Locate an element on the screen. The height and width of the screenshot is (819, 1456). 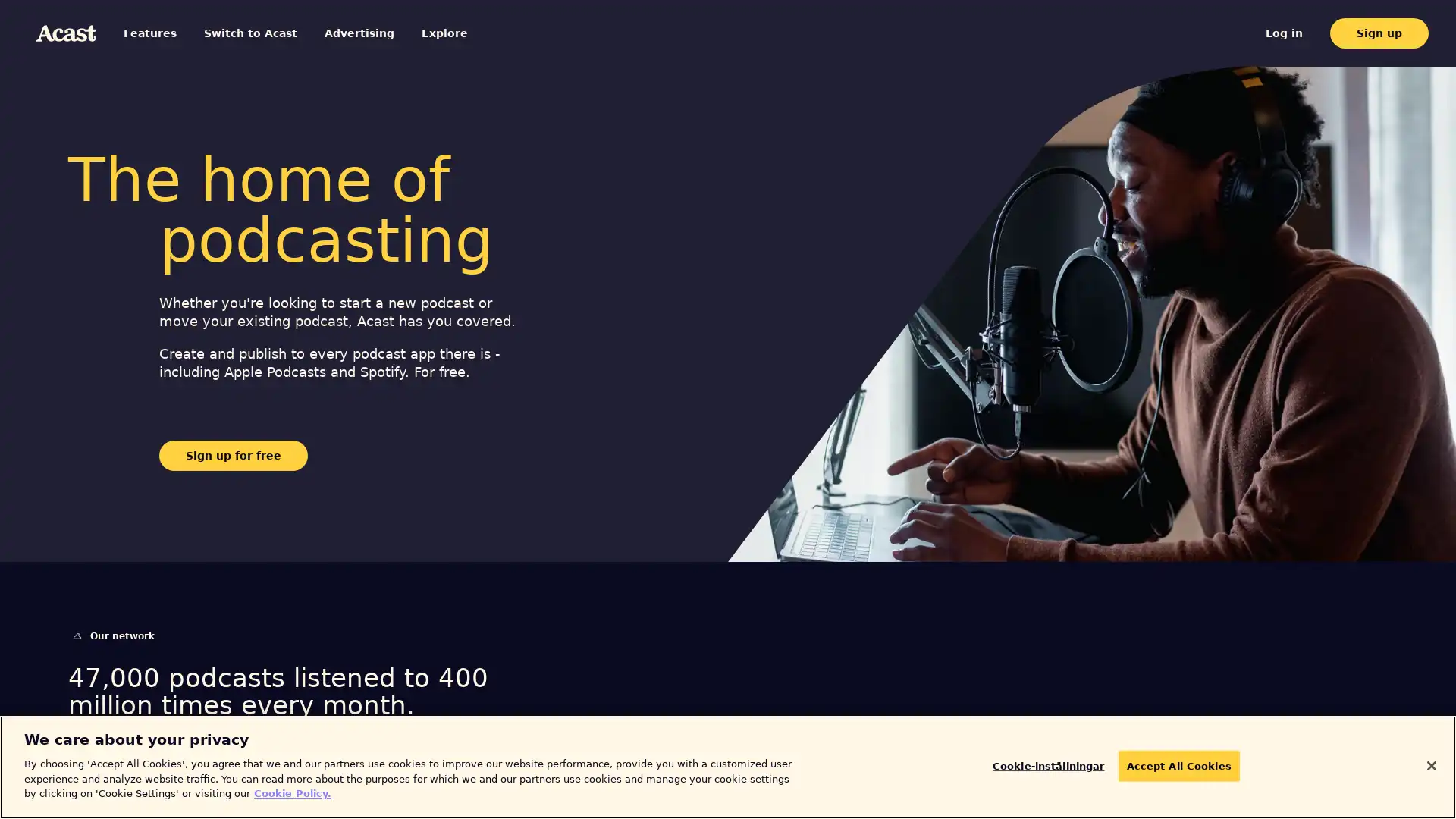
Switch to Acast is located at coordinates (232, 33).